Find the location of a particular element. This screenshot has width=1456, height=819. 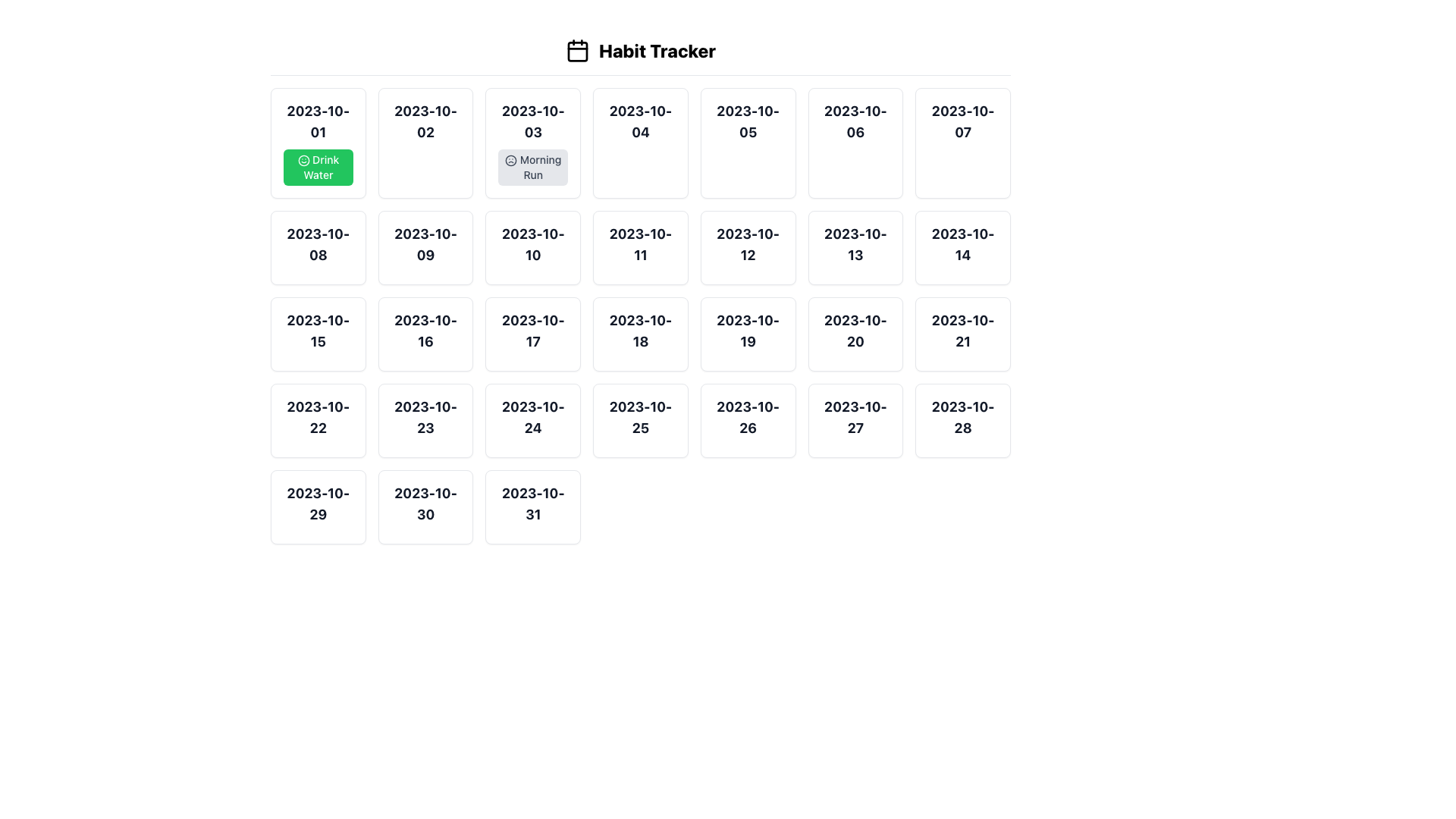

the Clickable date card representing '2023-10-23' is located at coordinates (425, 421).